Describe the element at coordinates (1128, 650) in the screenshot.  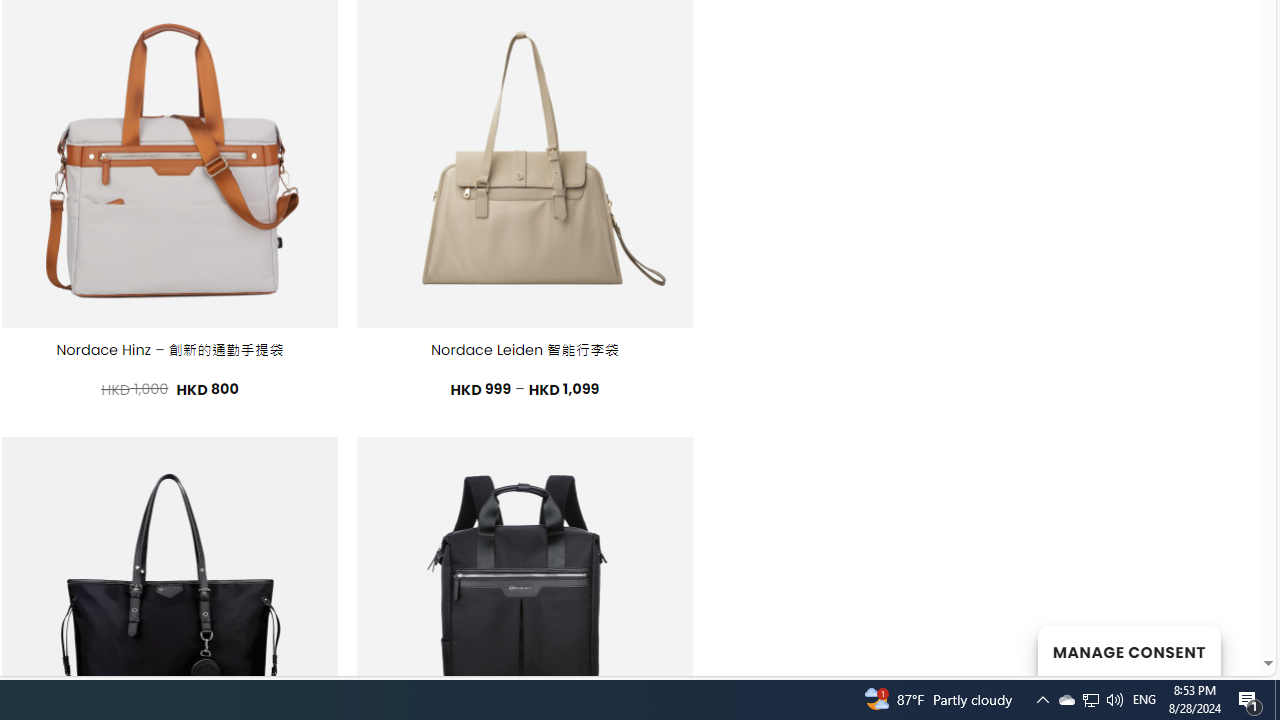
I see `'MANAGE CONSENT'` at that location.